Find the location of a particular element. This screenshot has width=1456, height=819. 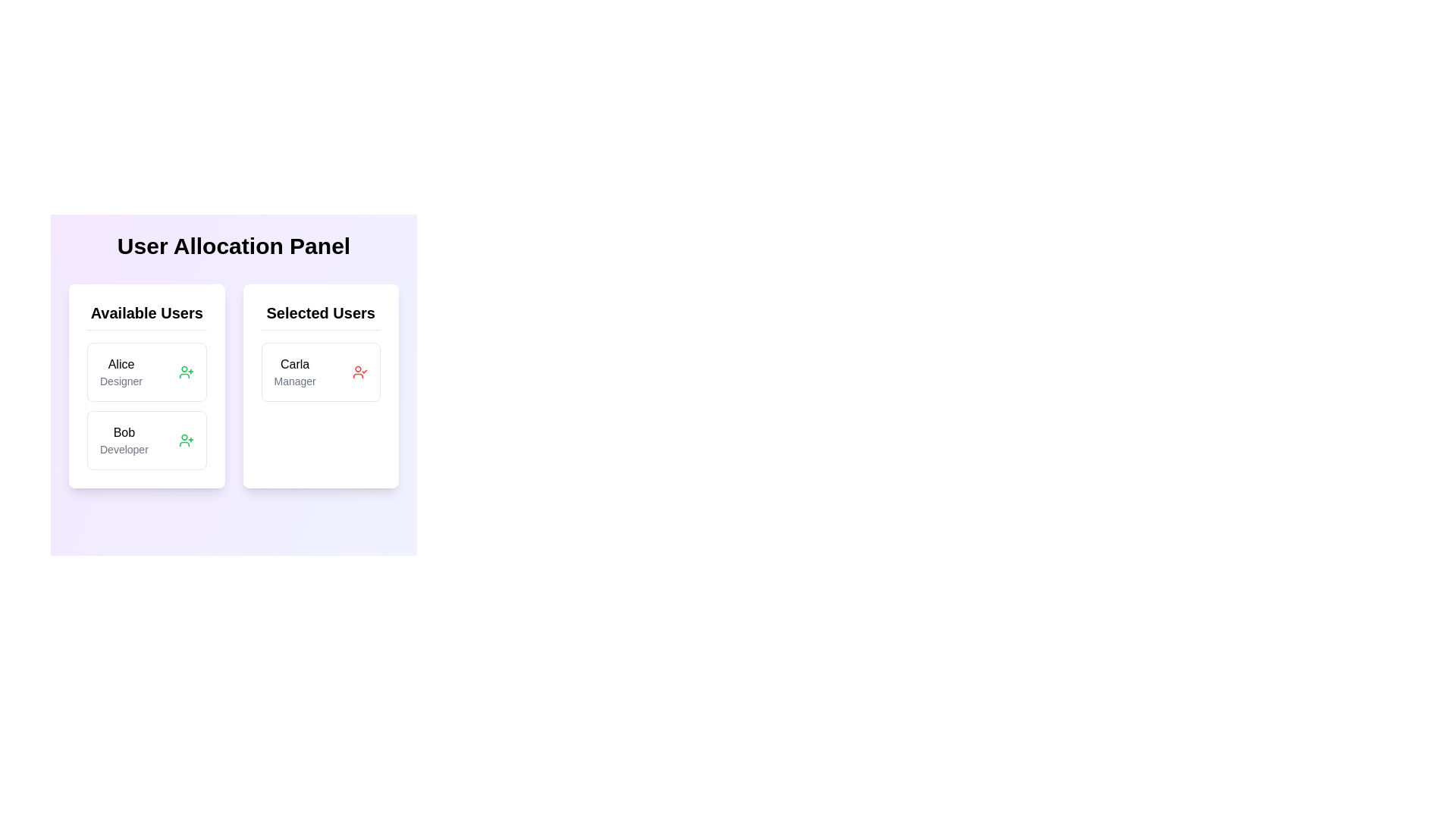

the Icon Button located next to 'Alice Designer' in the 'Available Users' section is located at coordinates (185, 372).